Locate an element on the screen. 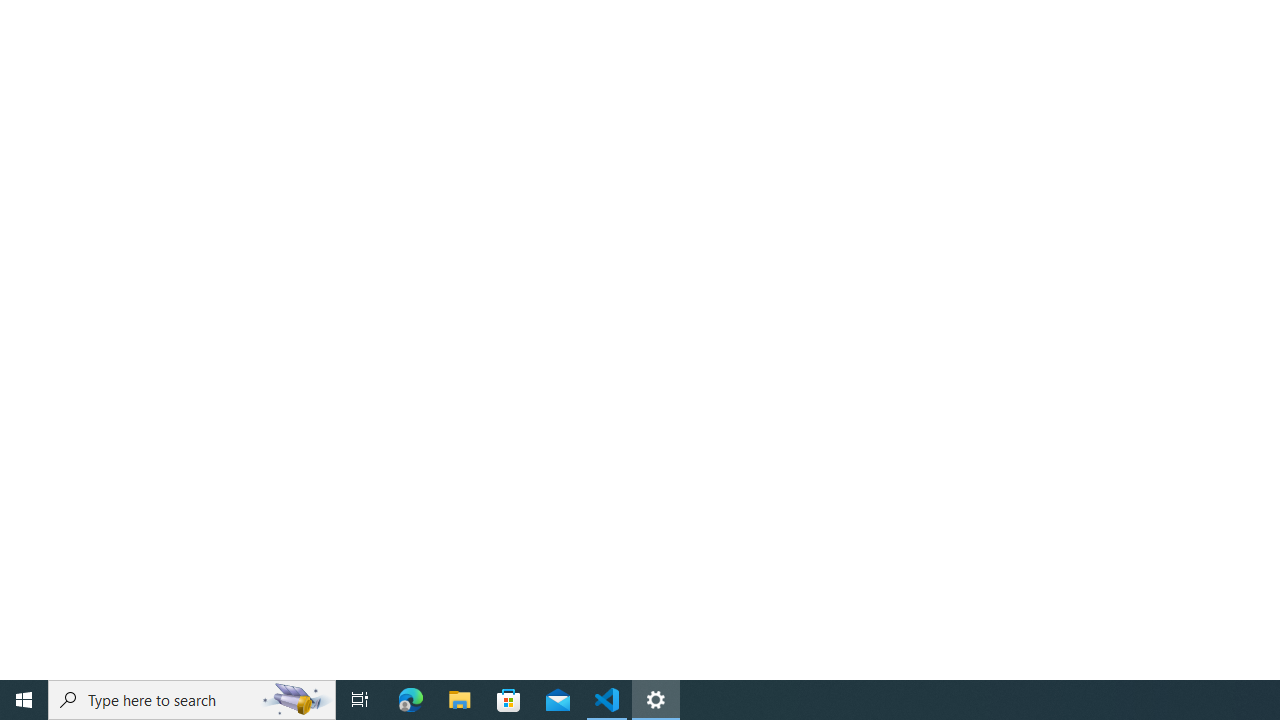 Image resolution: width=1280 pixels, height=720 pixels. 'Type here to search' is located at coordinates (192, 698).